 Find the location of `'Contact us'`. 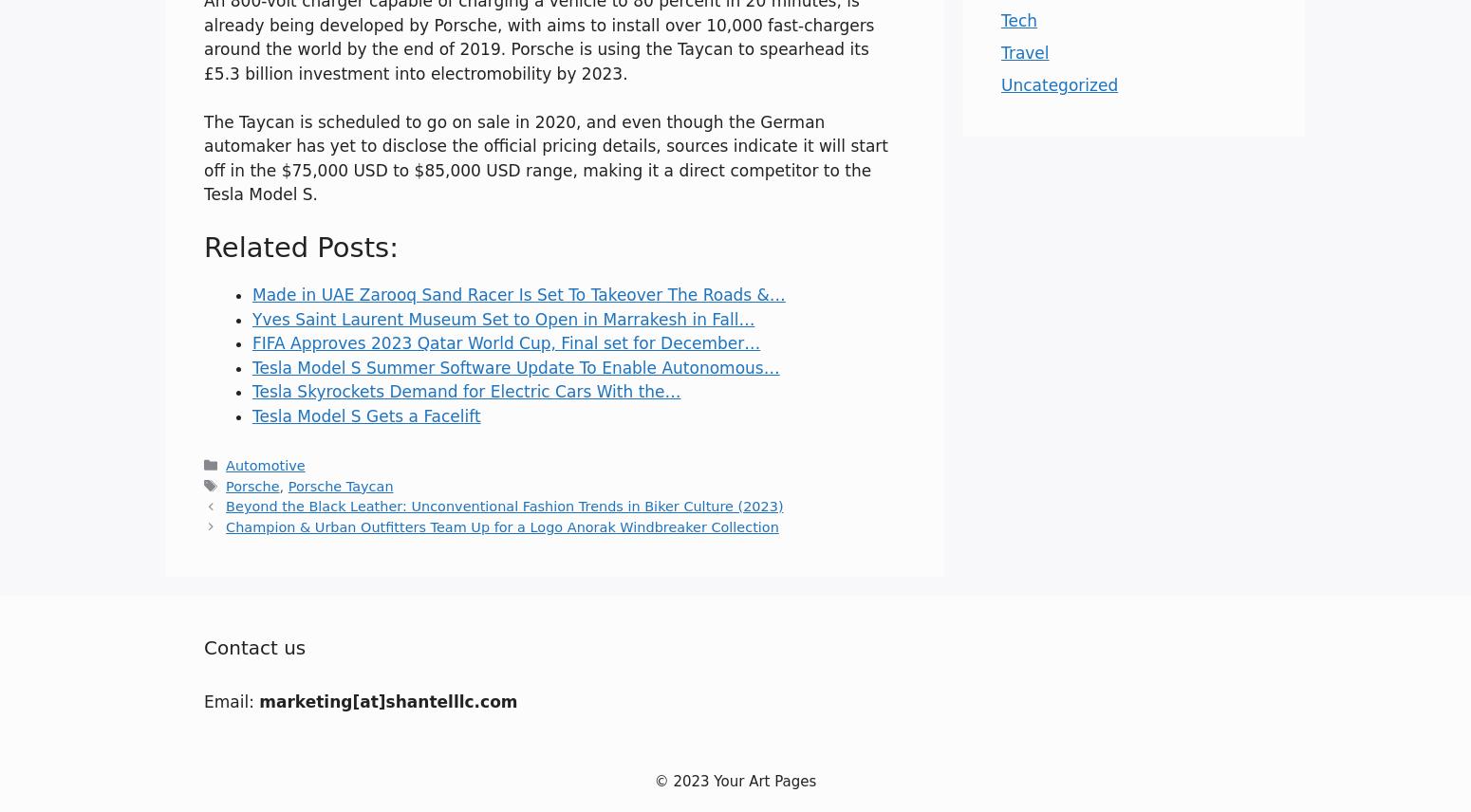

'Contact us' is located at coordinates (254, 645).